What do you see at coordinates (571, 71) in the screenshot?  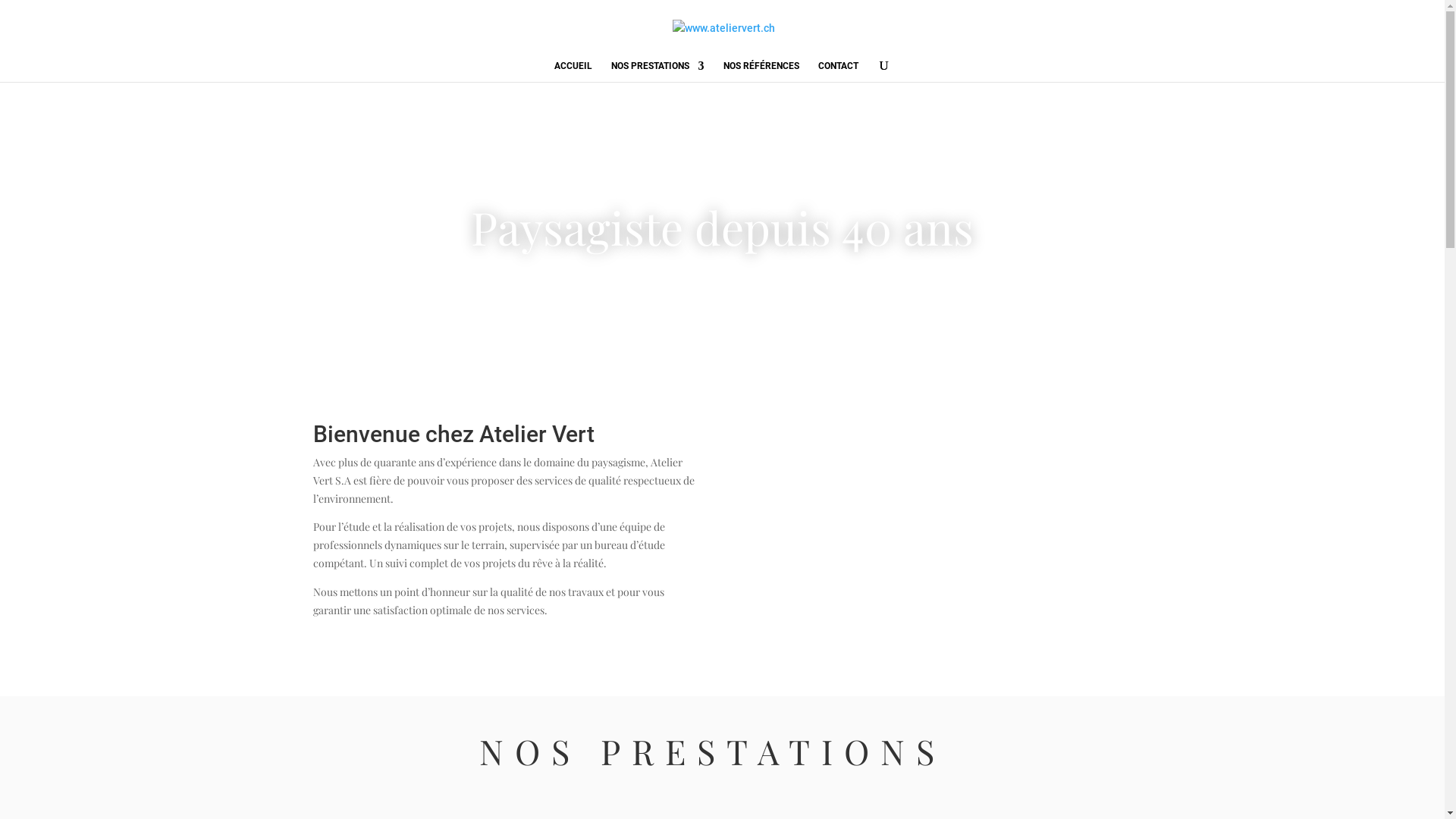 I see `'ACCUEIL'` at bounding box center [571, 71].